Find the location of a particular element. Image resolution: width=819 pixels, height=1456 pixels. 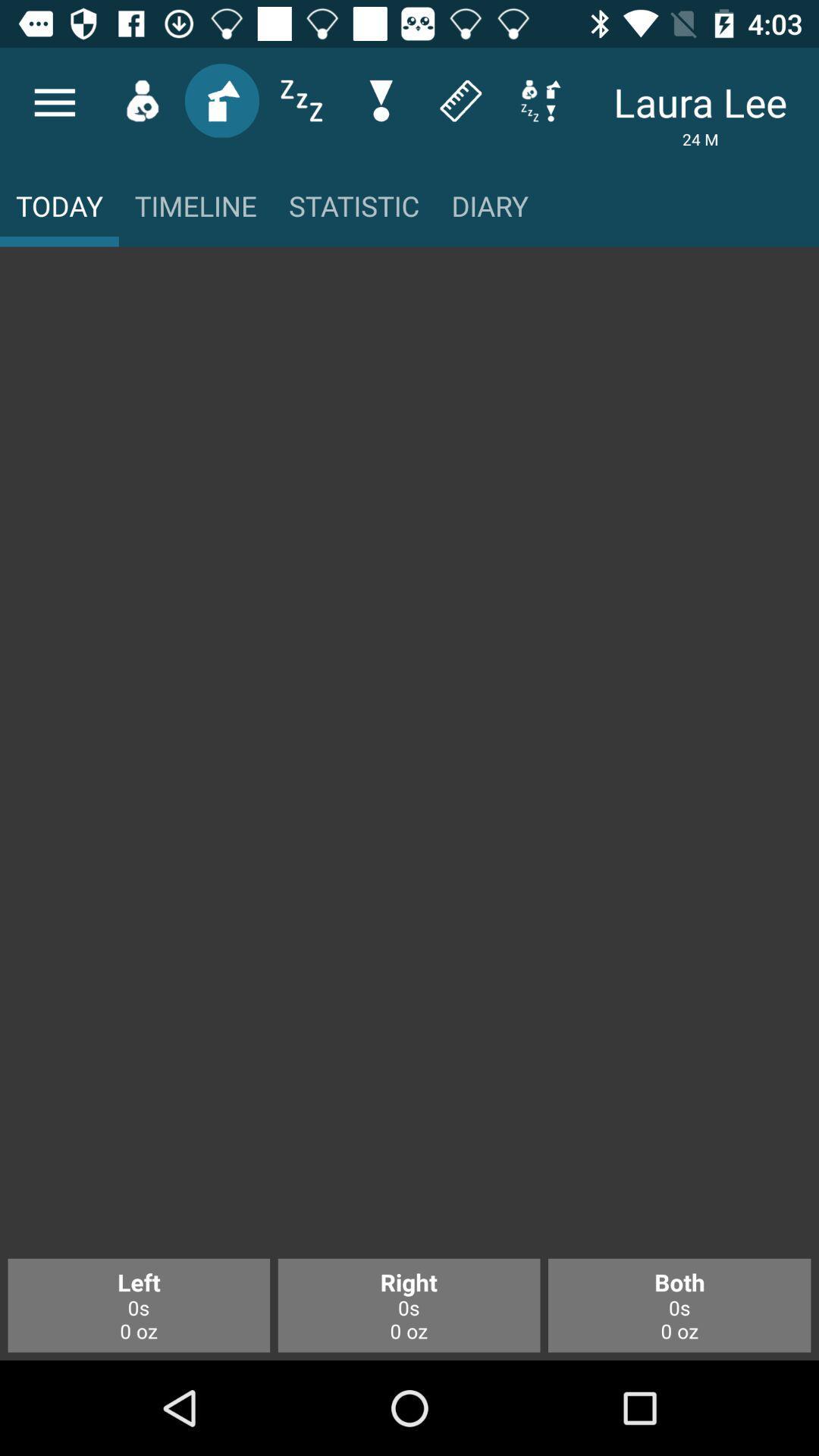

screen is located at coordinates (409, 761).